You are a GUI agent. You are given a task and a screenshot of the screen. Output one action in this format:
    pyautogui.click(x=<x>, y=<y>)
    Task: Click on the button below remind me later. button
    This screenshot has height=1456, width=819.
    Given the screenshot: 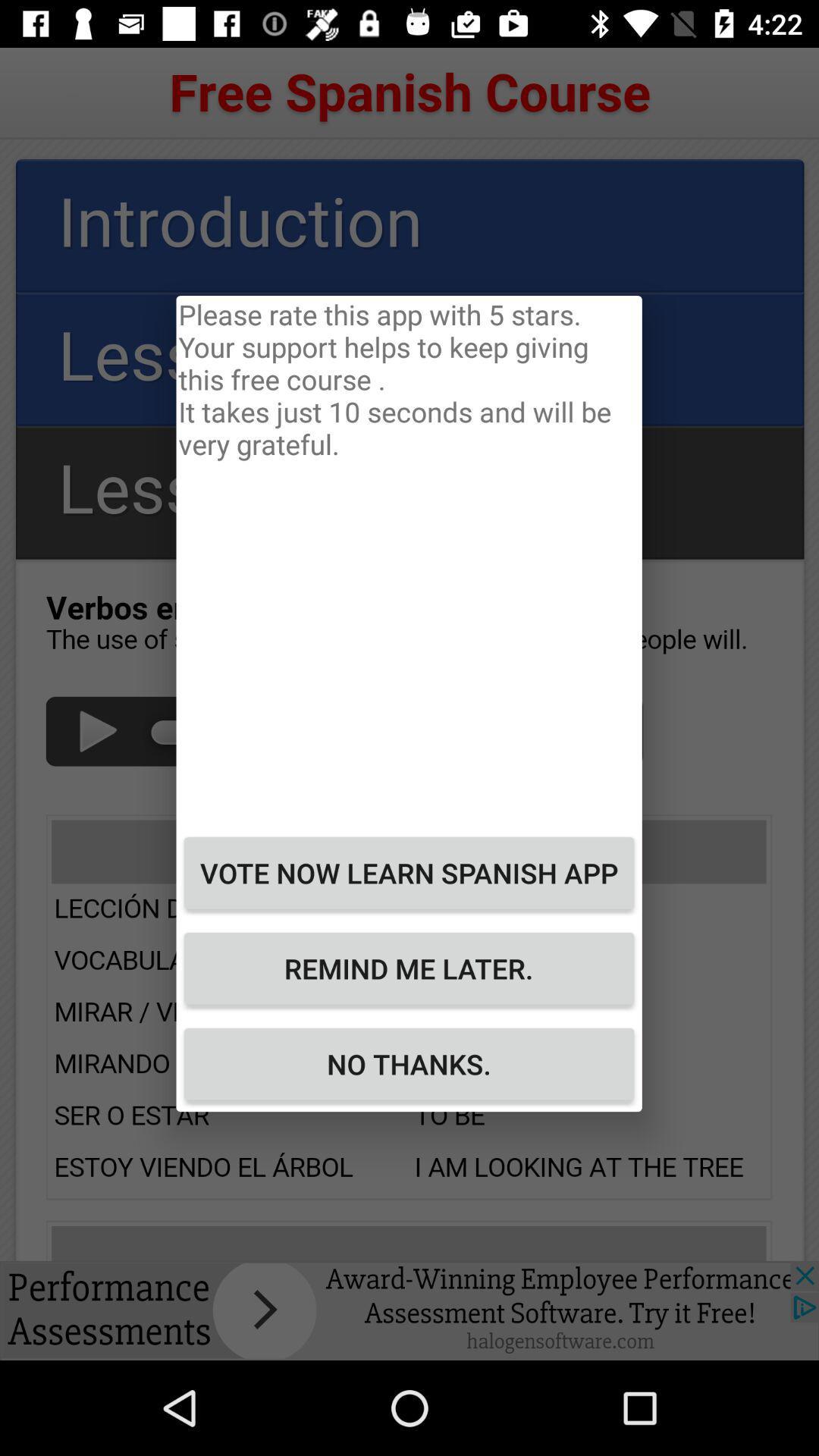 What is the action you would take?
    pyautogui.click(x=408, y=1063)
    